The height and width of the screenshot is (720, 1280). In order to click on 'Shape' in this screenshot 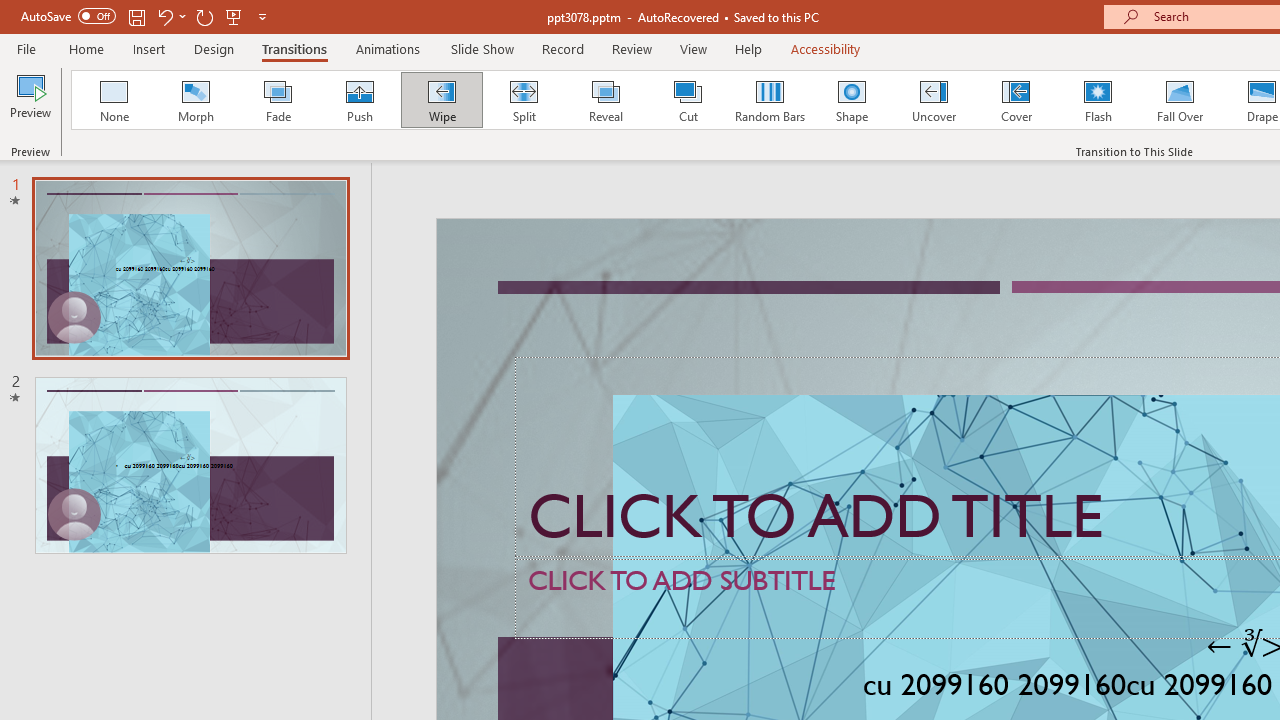, I will do `click(852, 100)`.